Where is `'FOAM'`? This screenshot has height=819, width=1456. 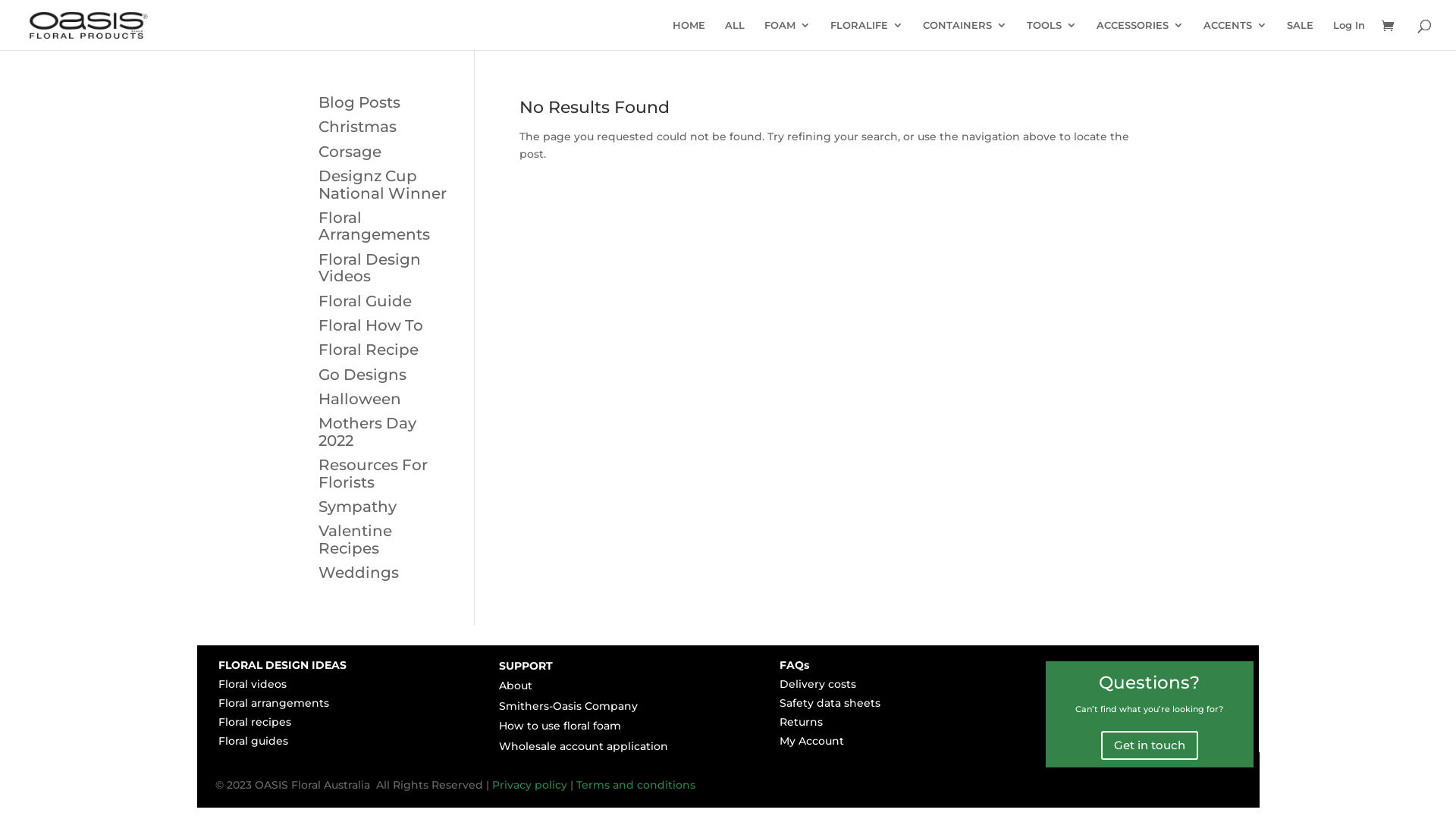
'FOAM' is located at coordinates (764, 34).